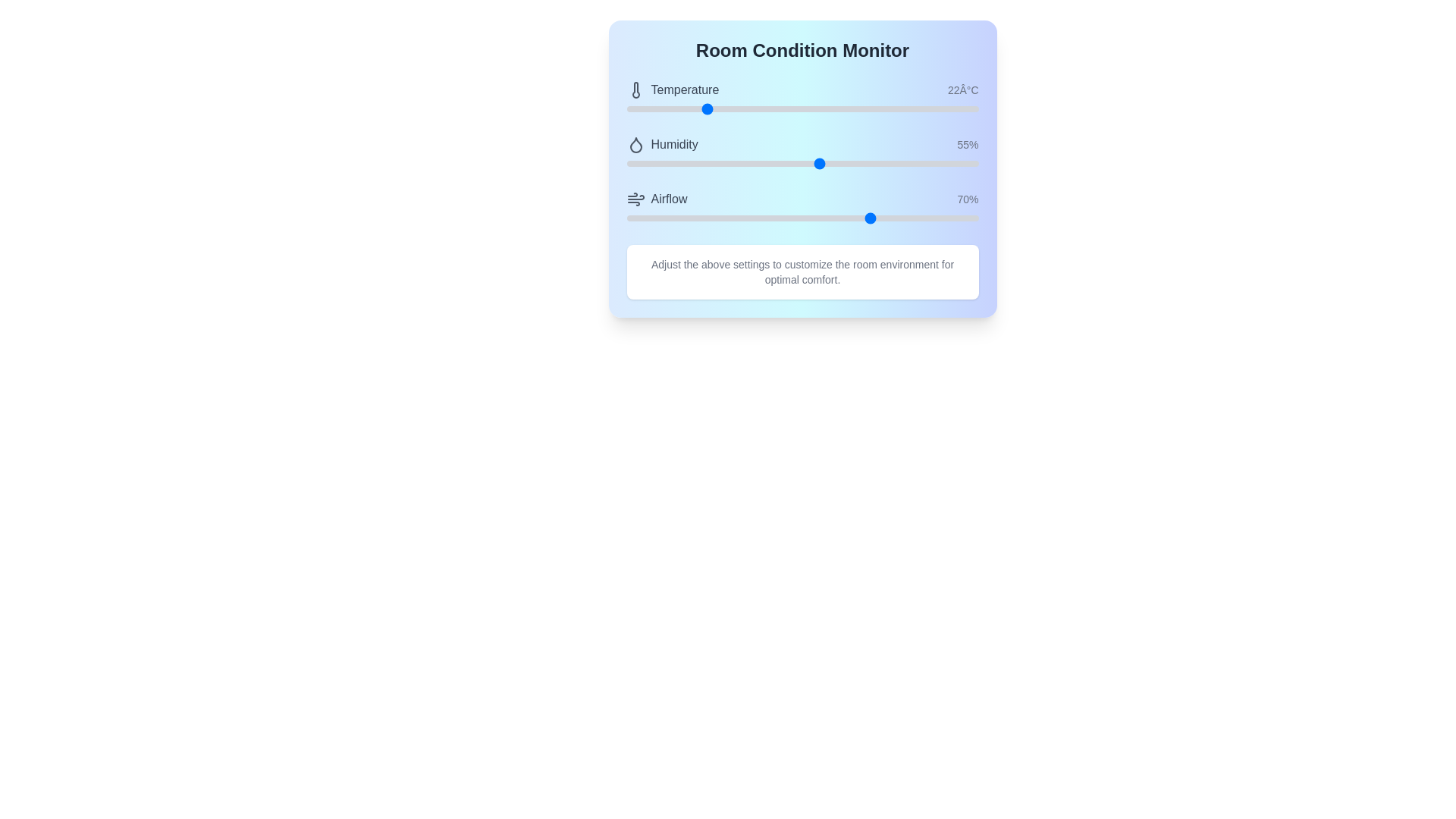 Image resolution: width=1456 pixels, height=819 pixels. I want to click on the humidity level, so click(633, 164).